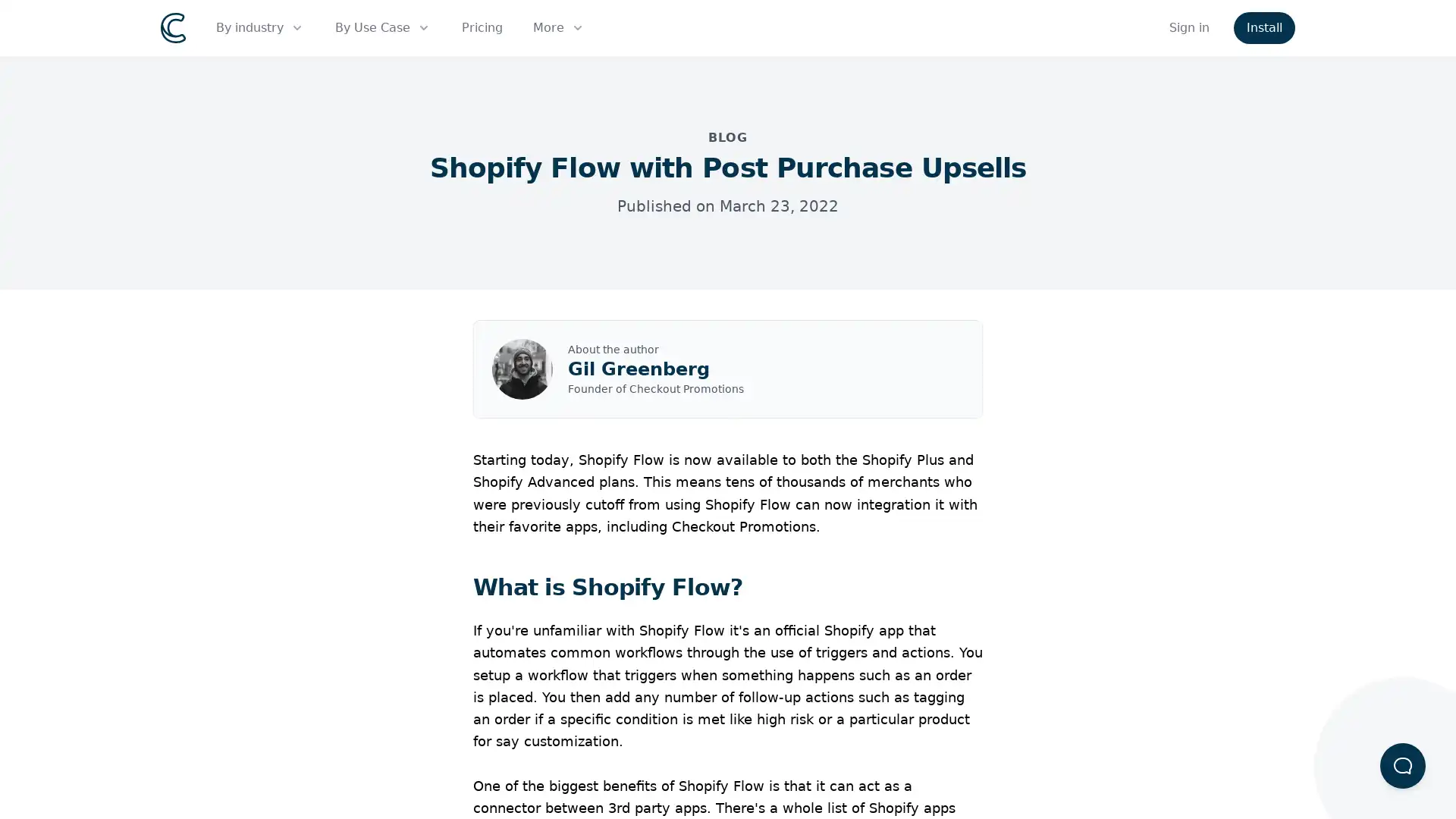  What do you see at coordinates (383, 28) in the screenshot?
I see `By Use Case` at bounding box center [383, 28].